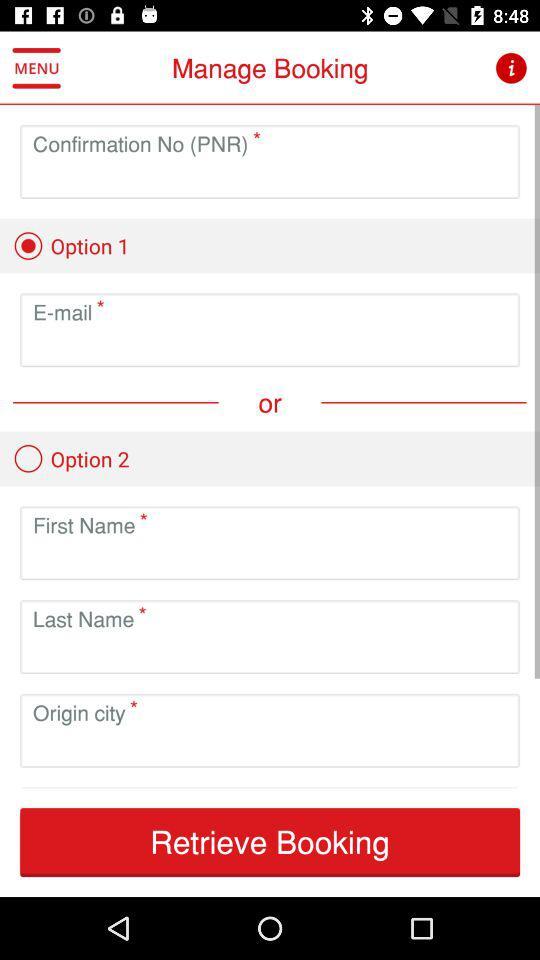 This screenshot has height=960, width=540. I want to click on origin city text box, so click(270, 745).